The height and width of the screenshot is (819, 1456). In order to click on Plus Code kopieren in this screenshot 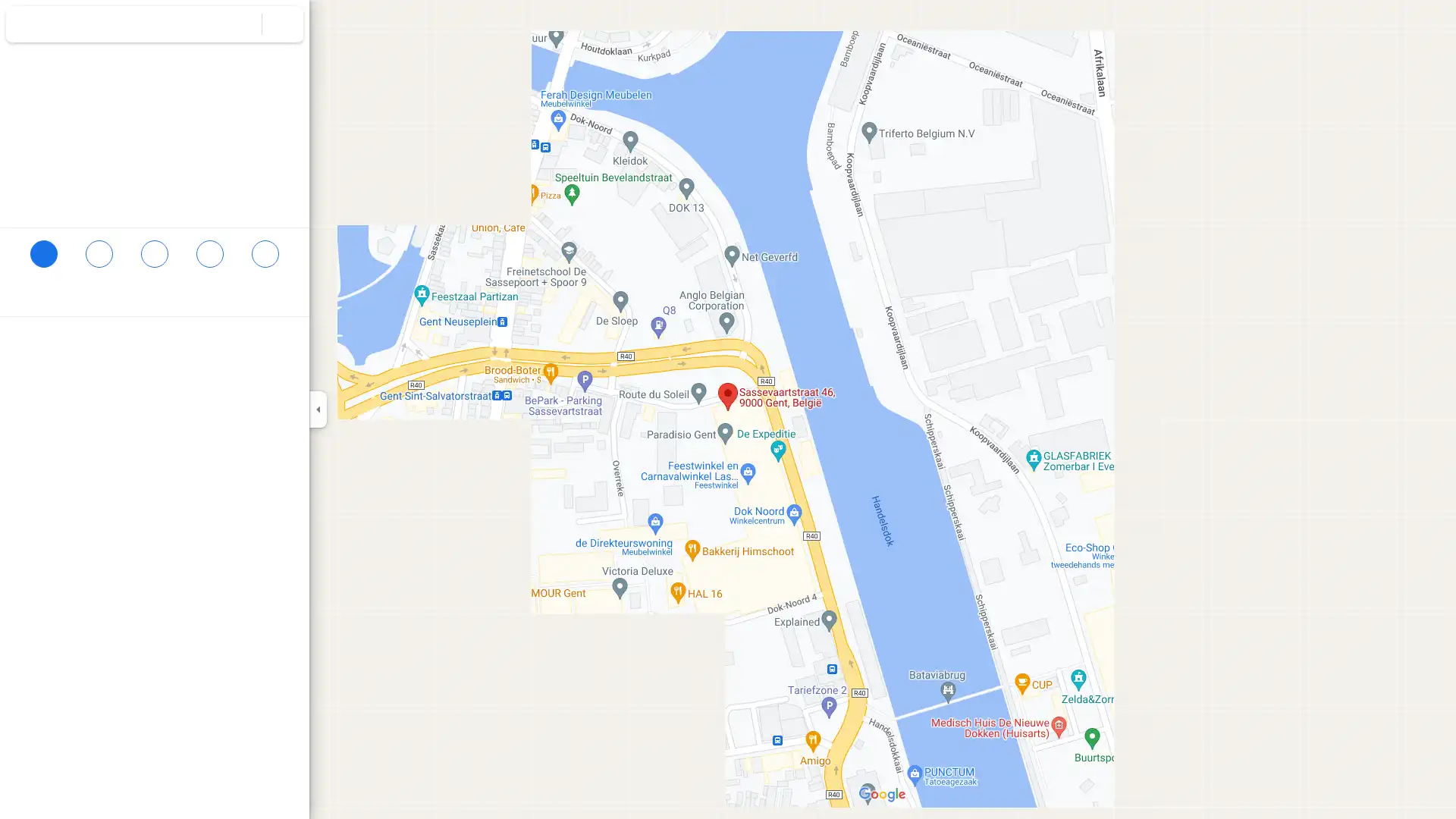, I will do `click(249, 374)`.